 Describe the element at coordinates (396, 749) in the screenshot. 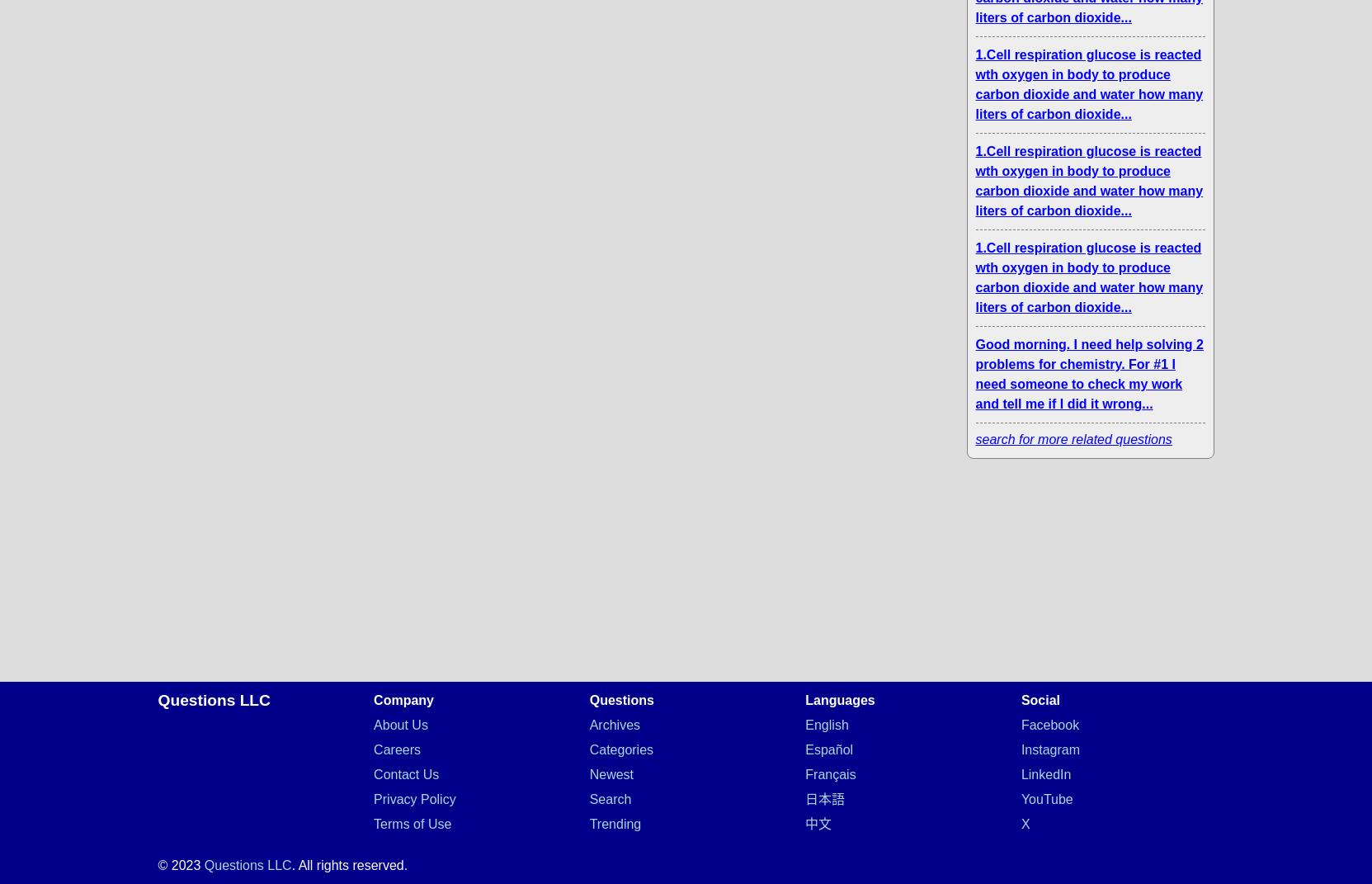

I see `'Careers'` at that location.